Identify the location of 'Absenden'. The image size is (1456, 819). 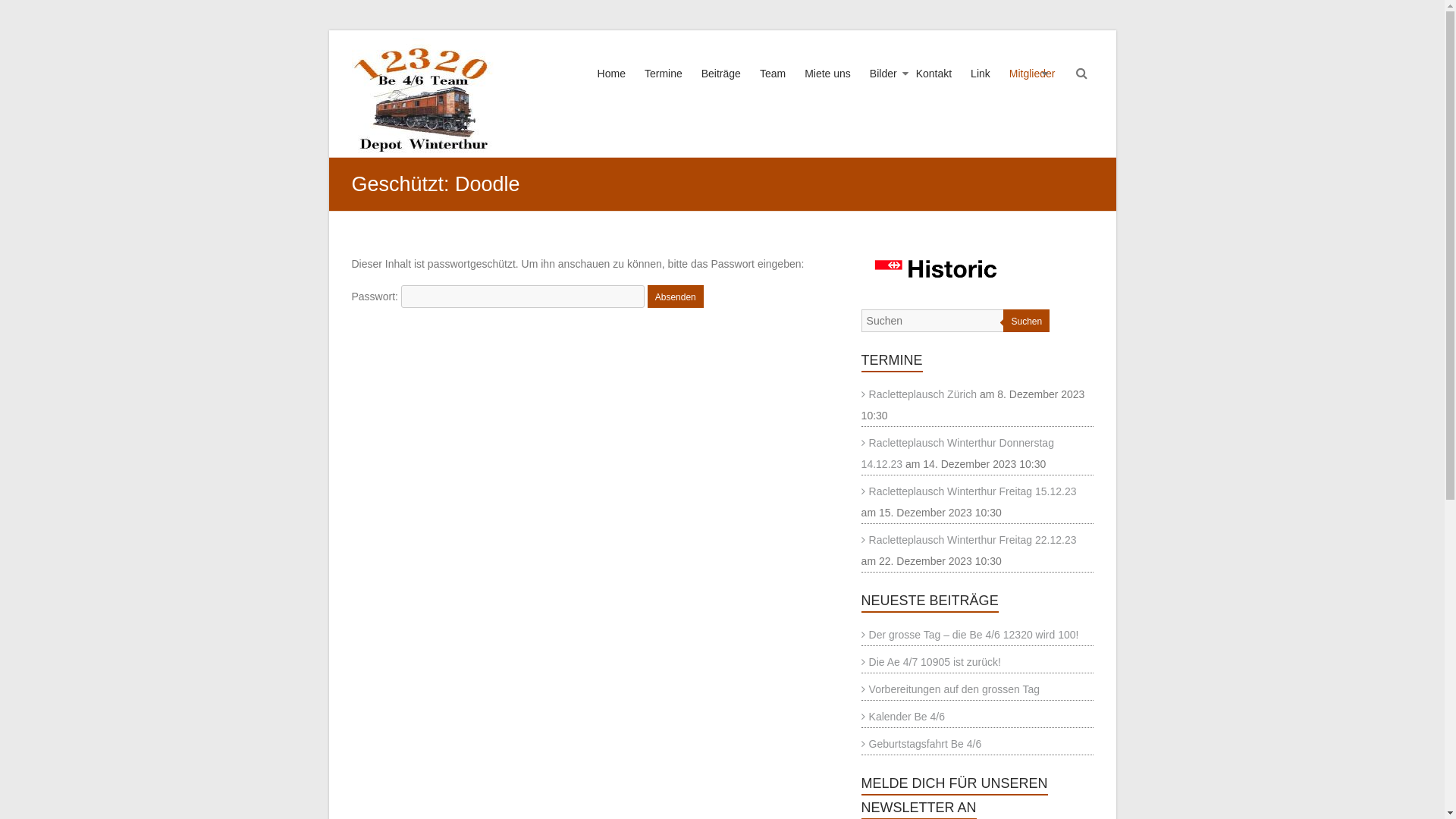
(675, 296).